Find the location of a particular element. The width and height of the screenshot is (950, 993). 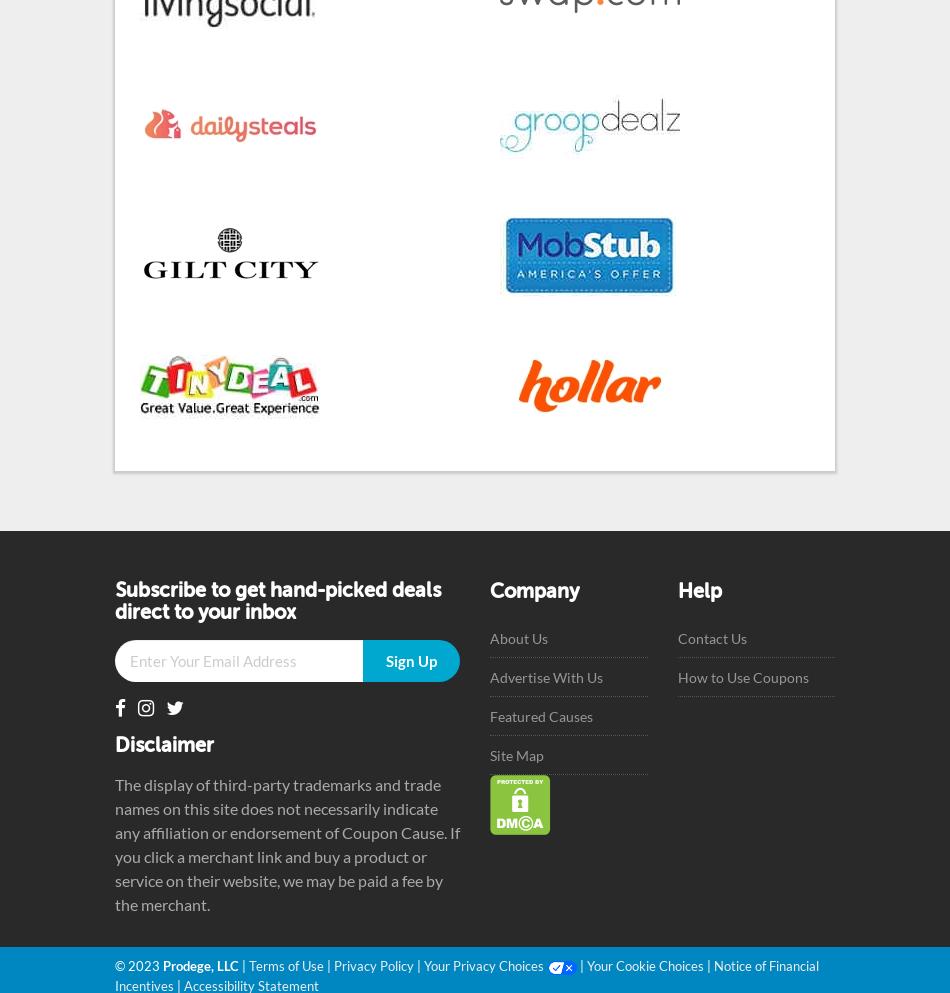

'The display of third-party trademarks and trade names on this site does not necessarily indicate any affiliation or endorsement of Coupon Cause. If you click a merchant link and buy a product or service on their website, we may be paid a fee by the merchant.' is located at coordinates (286, 843).